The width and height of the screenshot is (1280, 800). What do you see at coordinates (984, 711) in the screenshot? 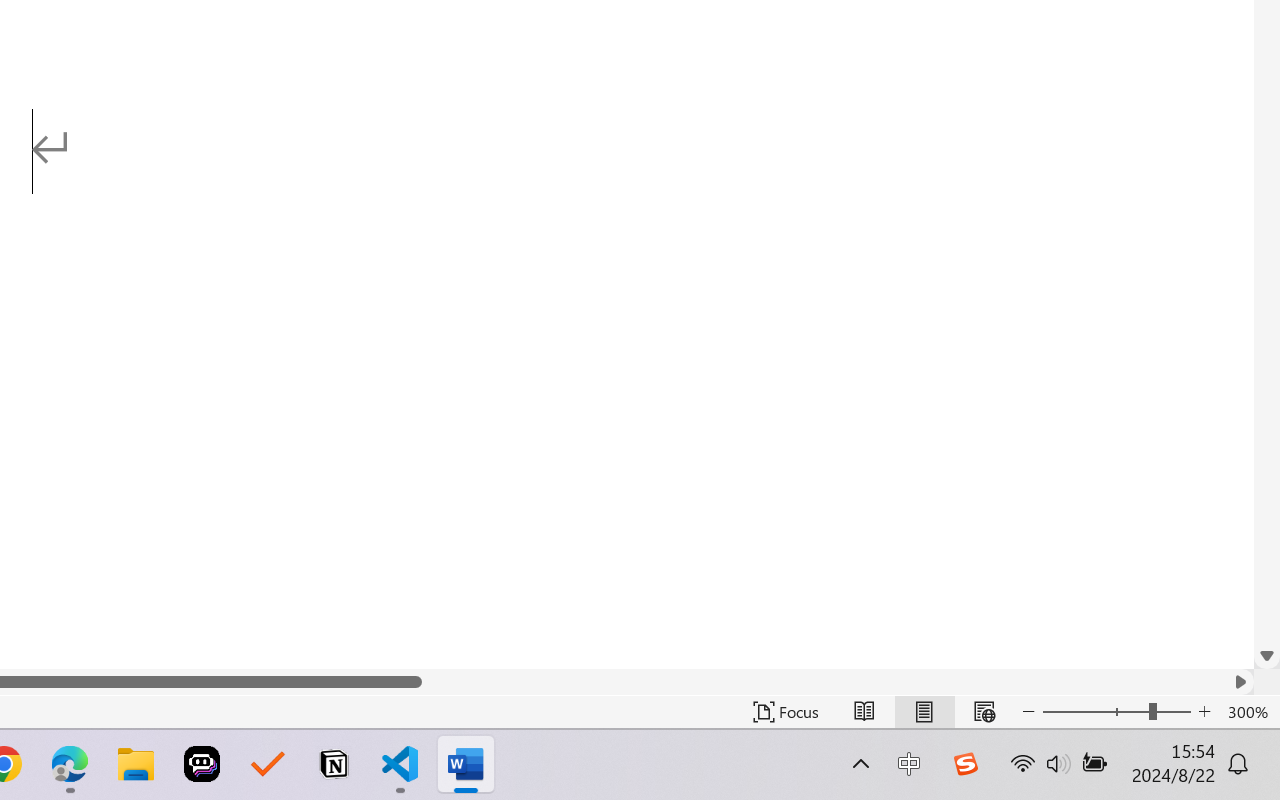
I see `'Web Layout'` at bounding box center [984, 711].